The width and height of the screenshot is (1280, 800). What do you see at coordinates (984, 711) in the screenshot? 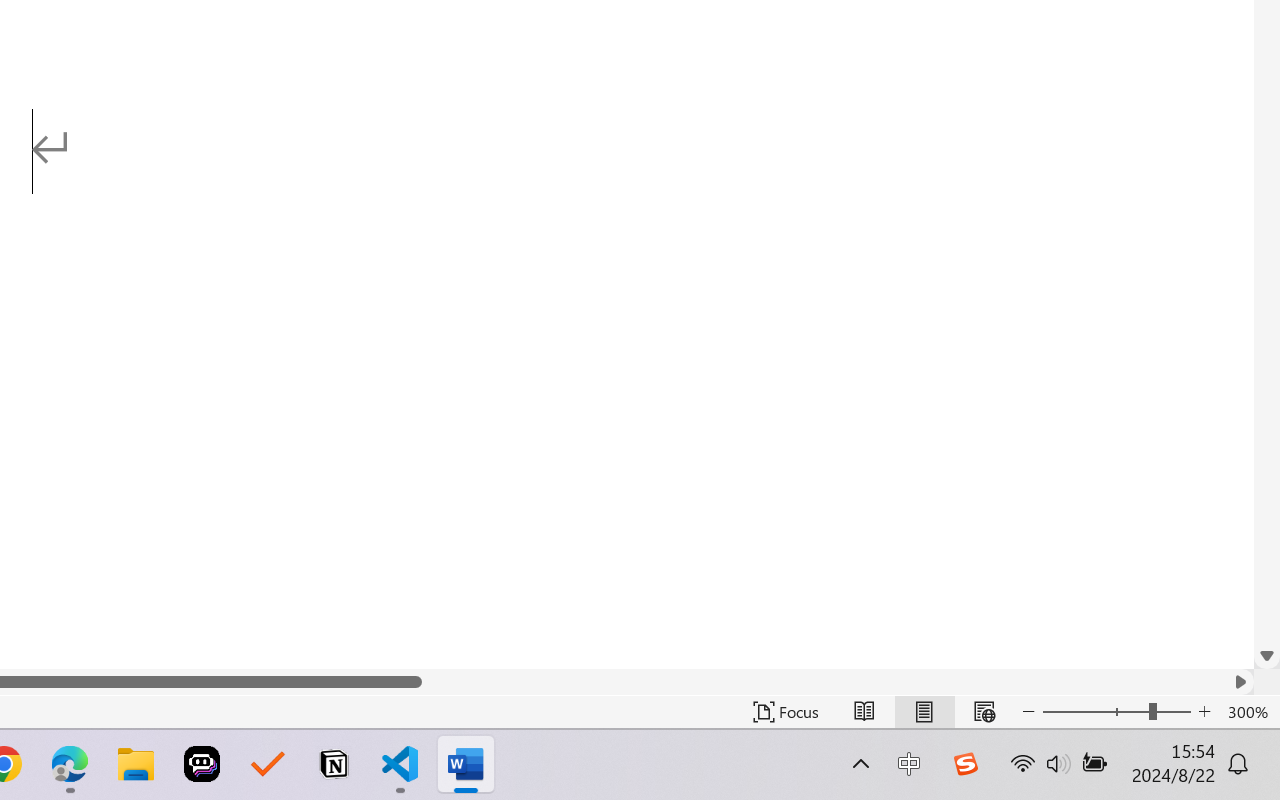
I see `'Web Layout'` at bounding box center [984, 711].